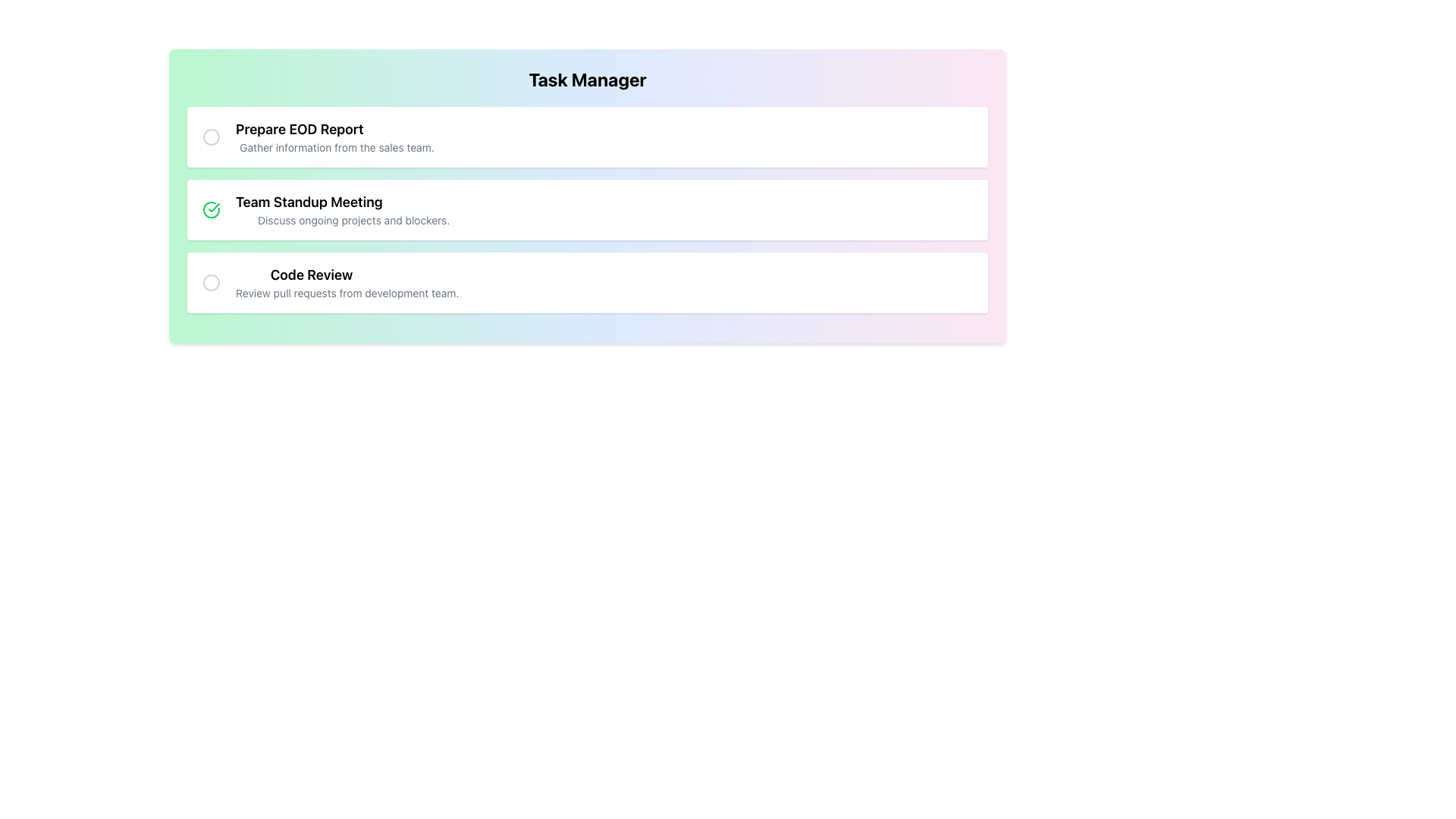 The height and width of the screenshot is (819, 1456). I want to click on the line of small-sized gray text reading 'Review pull requests from development team.' which is located within the third task of a vertical list under 'Code Review', so click(347, 293).